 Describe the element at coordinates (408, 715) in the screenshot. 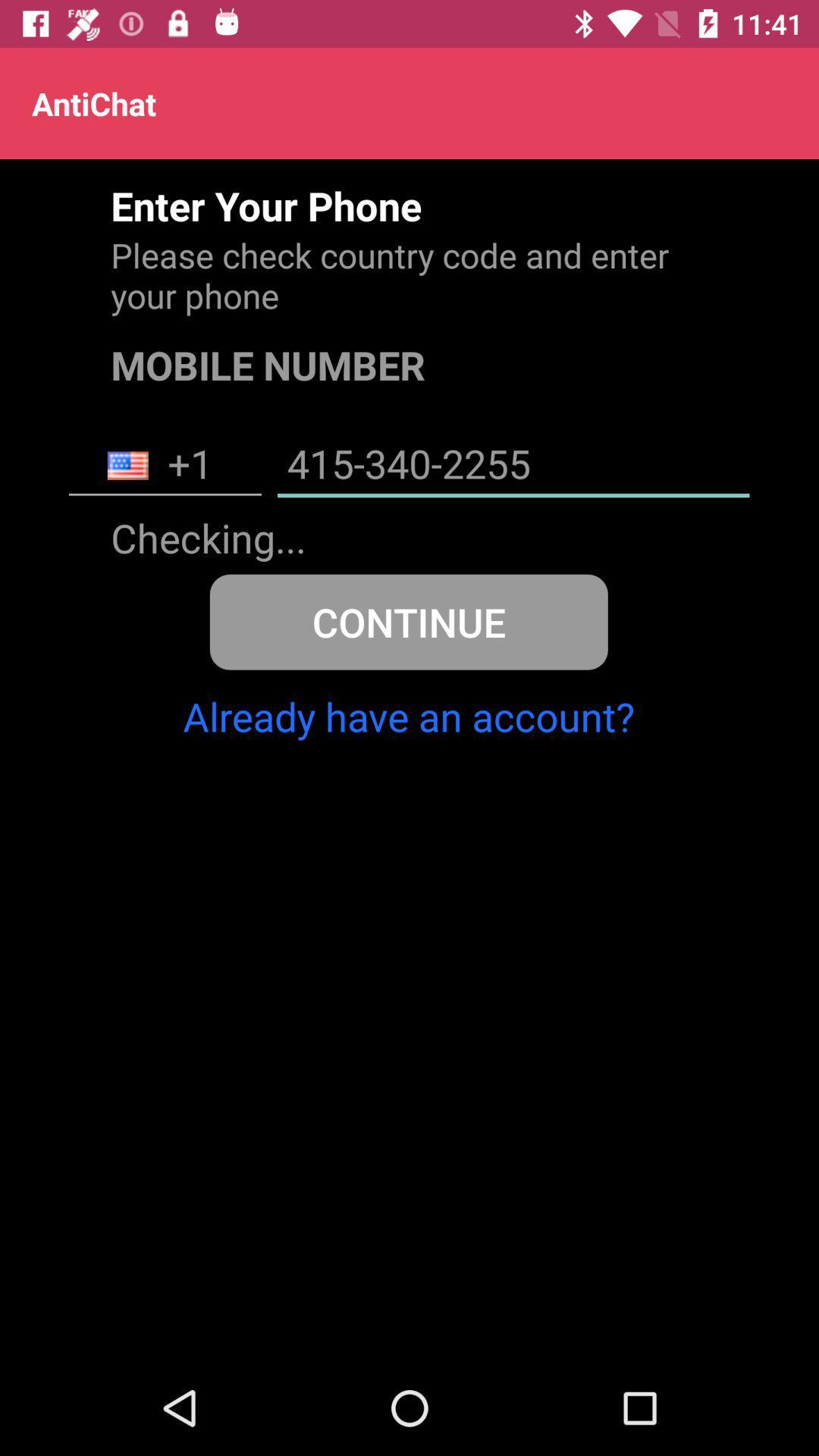

I see `the item below the continue item` at that location.